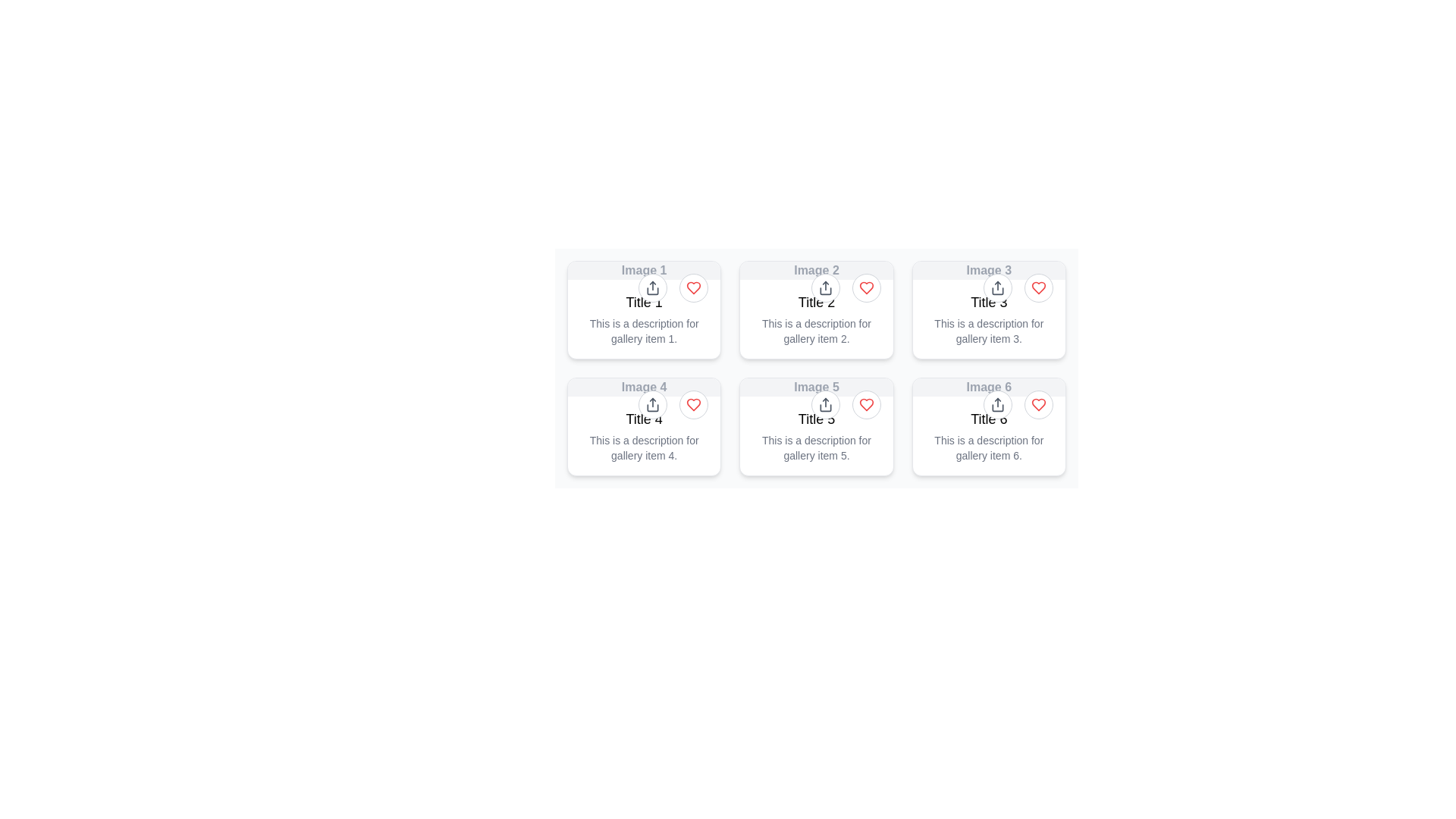 This screenshot has width=1456, height=819. Describe the element at coordinates (653, 403) in the screenshot. I see `the share button located in the top-right corner of the card labeled 'Image 4' to share the item` at that location.